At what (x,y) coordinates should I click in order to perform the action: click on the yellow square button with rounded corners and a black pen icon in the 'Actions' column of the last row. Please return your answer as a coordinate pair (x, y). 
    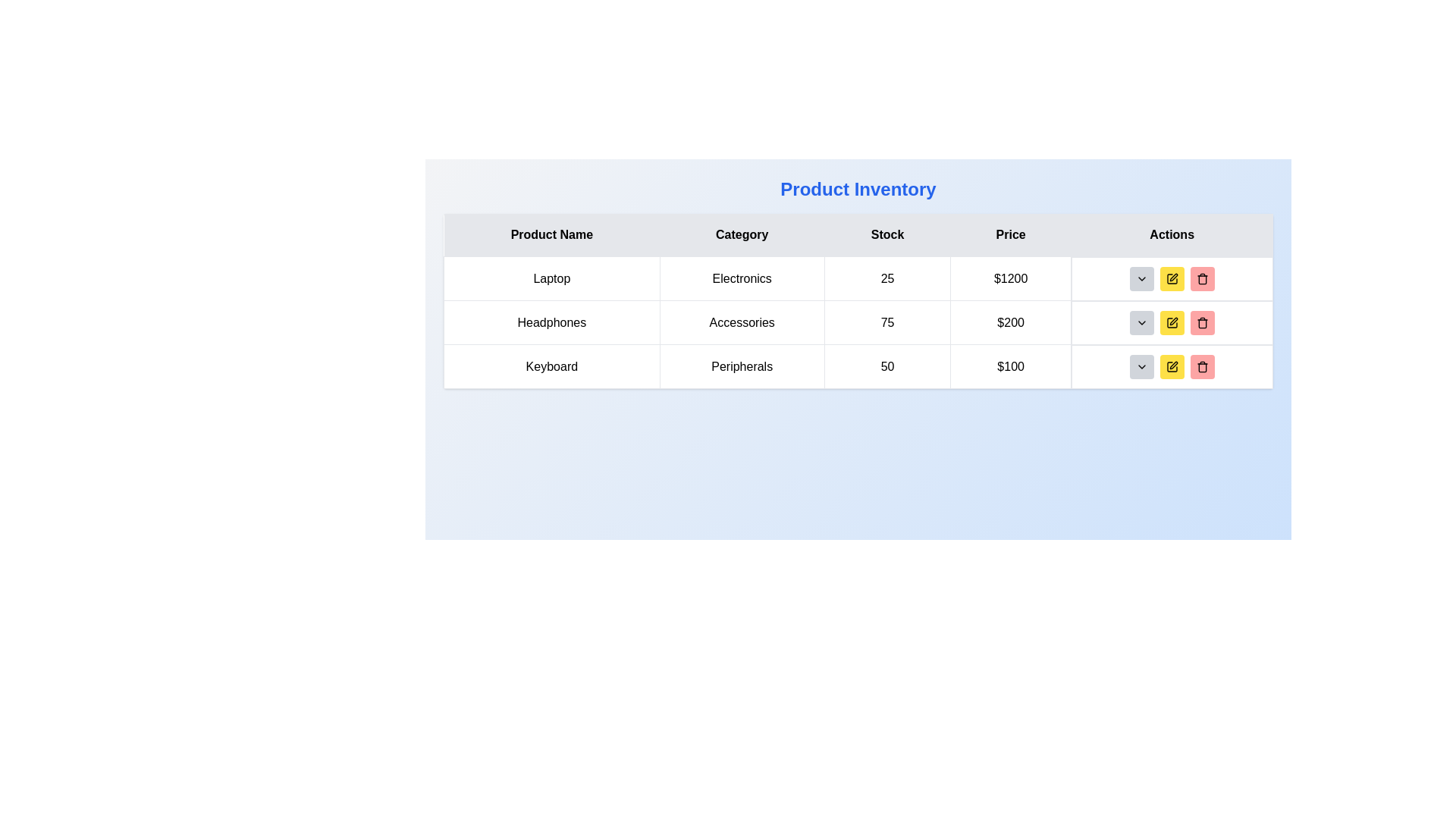
    Looking at the image, I should click on (1171, 366).